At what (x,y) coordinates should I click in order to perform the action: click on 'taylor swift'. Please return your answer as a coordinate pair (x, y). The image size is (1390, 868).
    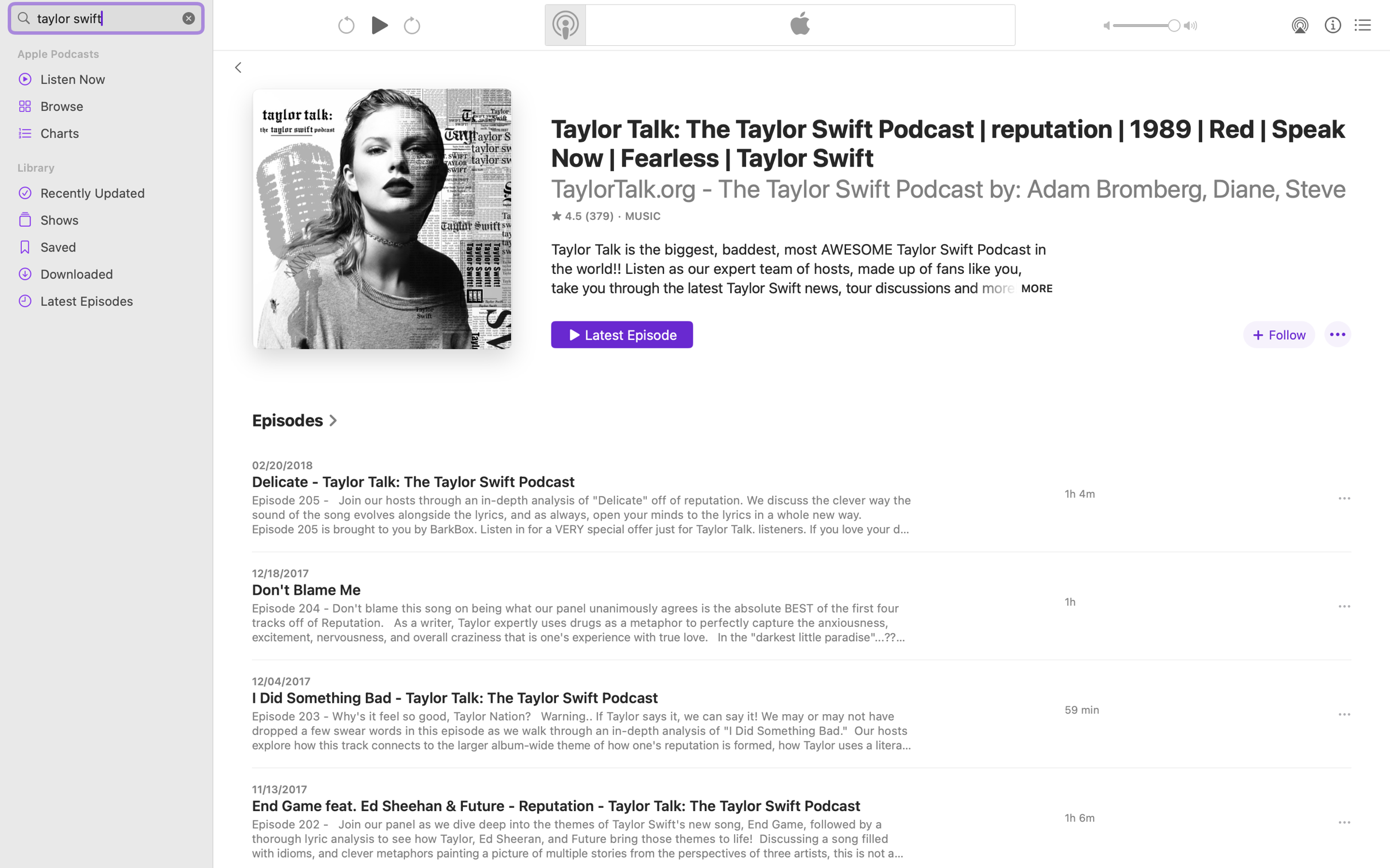
    Looking at the image, I should click on (106, 17).